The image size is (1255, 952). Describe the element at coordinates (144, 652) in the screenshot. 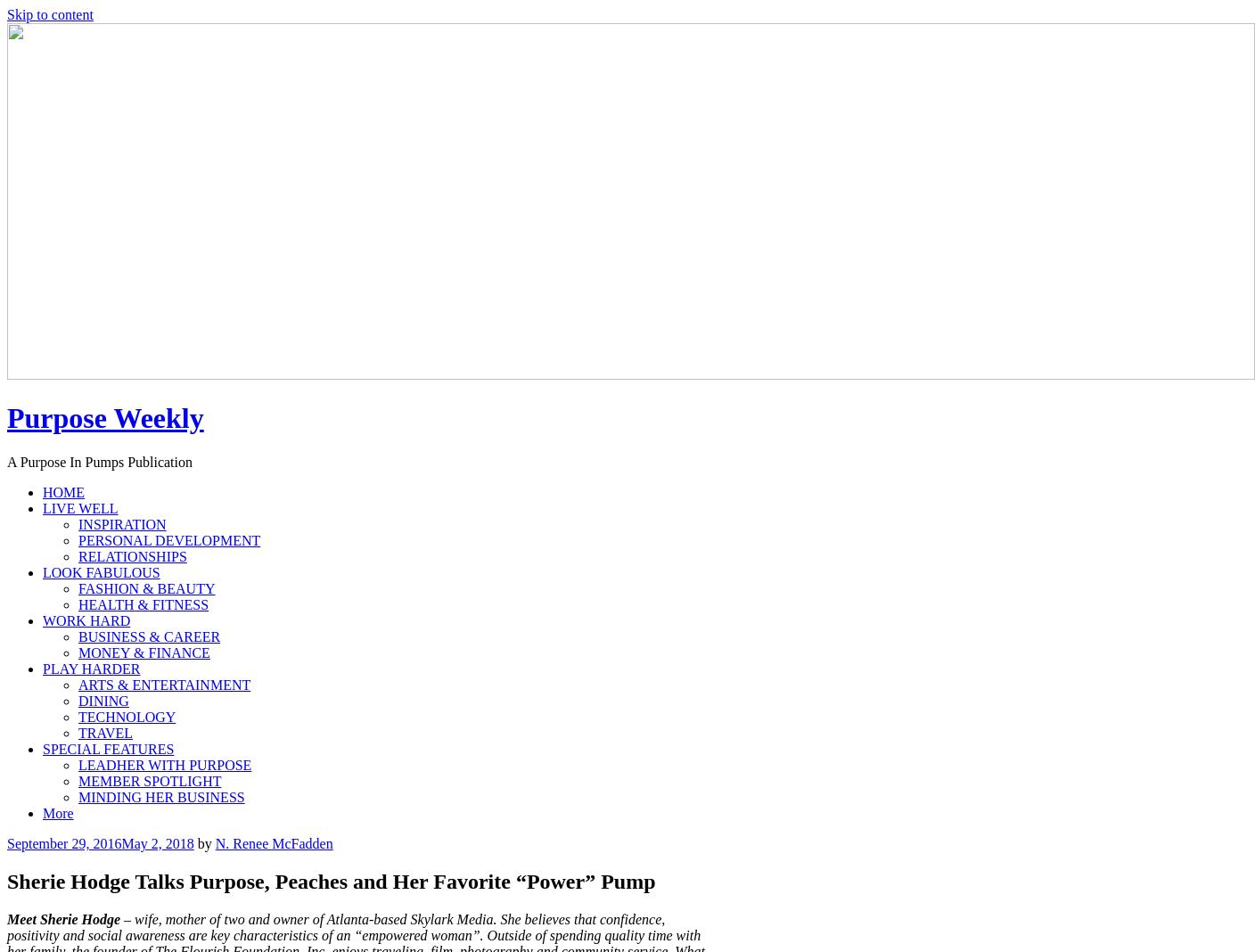

I see `'MONEY & FINANCE'` at that location.